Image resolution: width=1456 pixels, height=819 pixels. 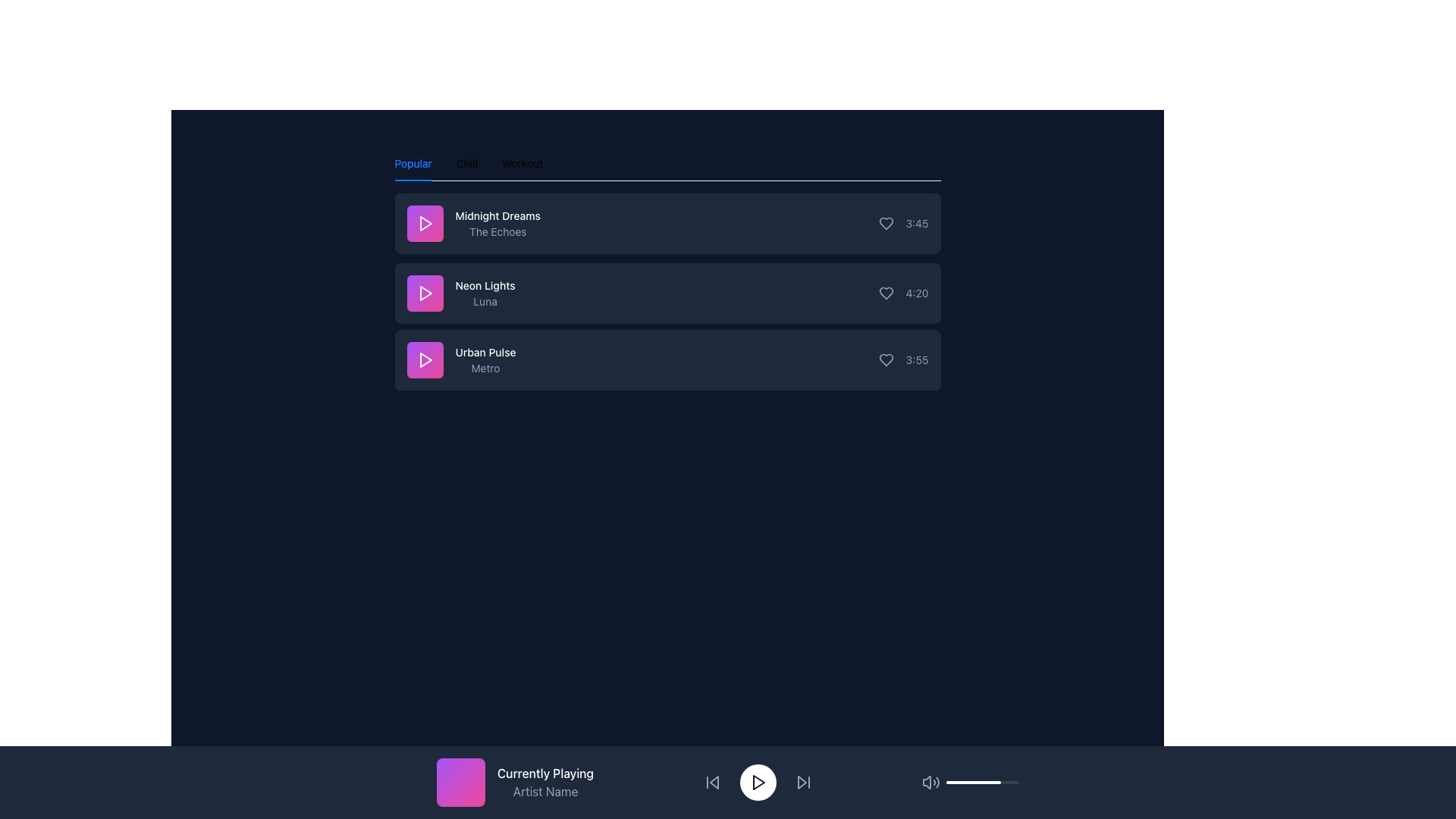 What do you see at coordinates (802, 783) in the screenshot?
I see `the 'Next Track' button located in the bottom control bar, positioned to the right of the circular play button and to the left of the volume control icon` at bounding box center [802, 783].